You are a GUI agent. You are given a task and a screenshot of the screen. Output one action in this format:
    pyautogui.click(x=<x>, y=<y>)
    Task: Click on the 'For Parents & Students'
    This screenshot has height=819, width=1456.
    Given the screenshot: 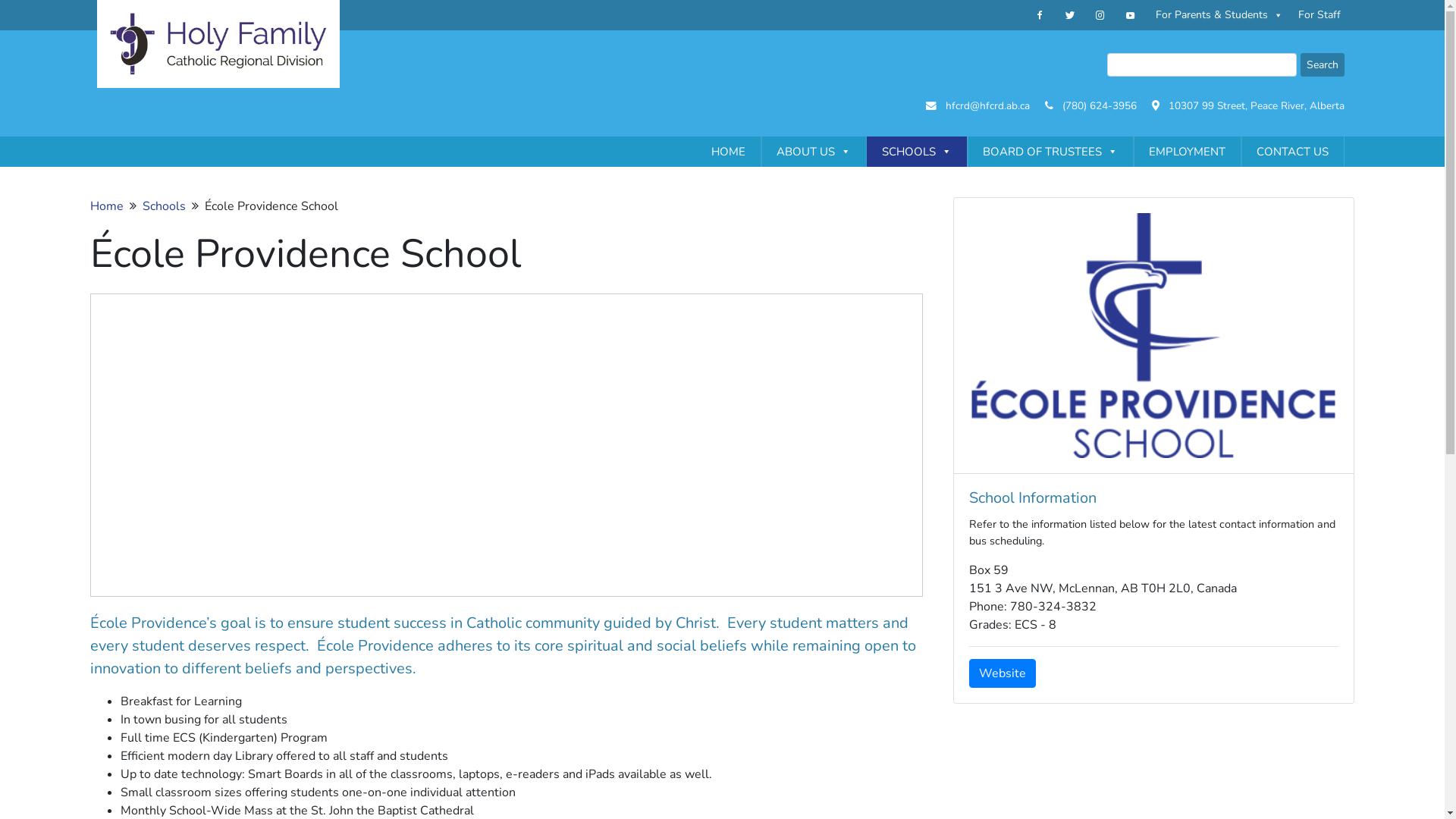 What is the action you would take?
    pyautogui.click(x=1219, y=14)
    